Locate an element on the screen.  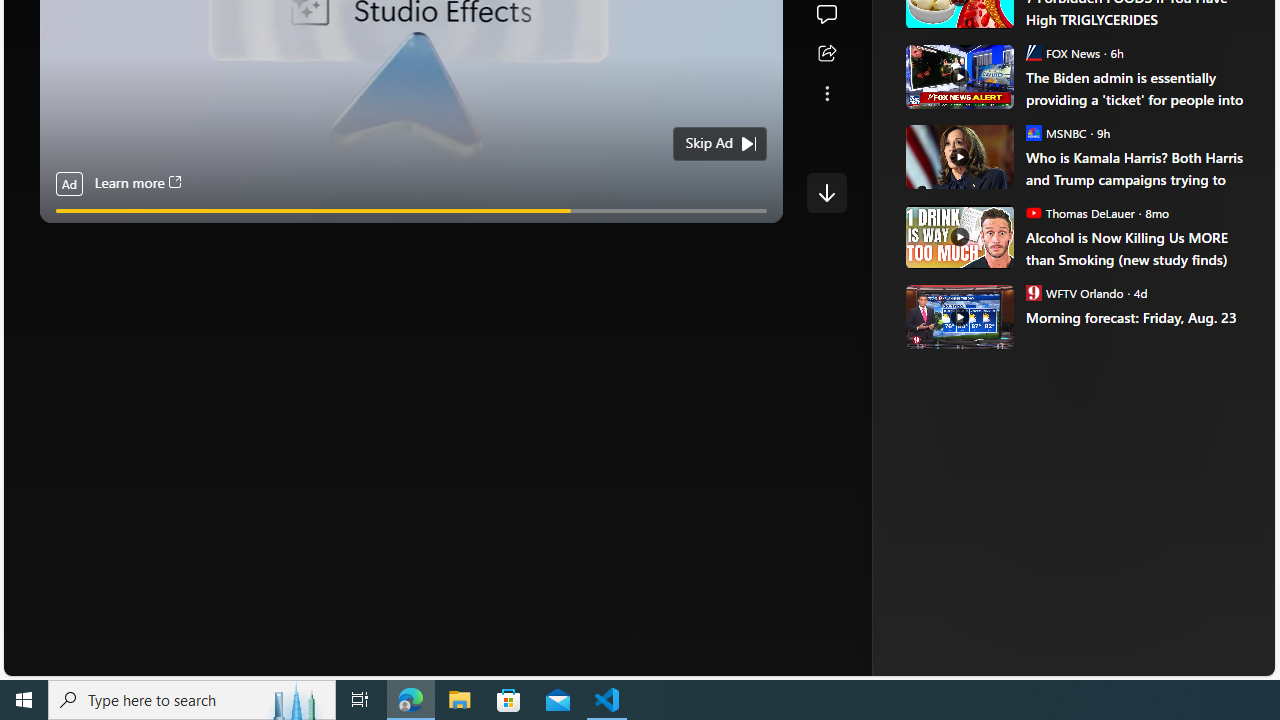
'MSNBC' is located at coordinates (1033, 132).